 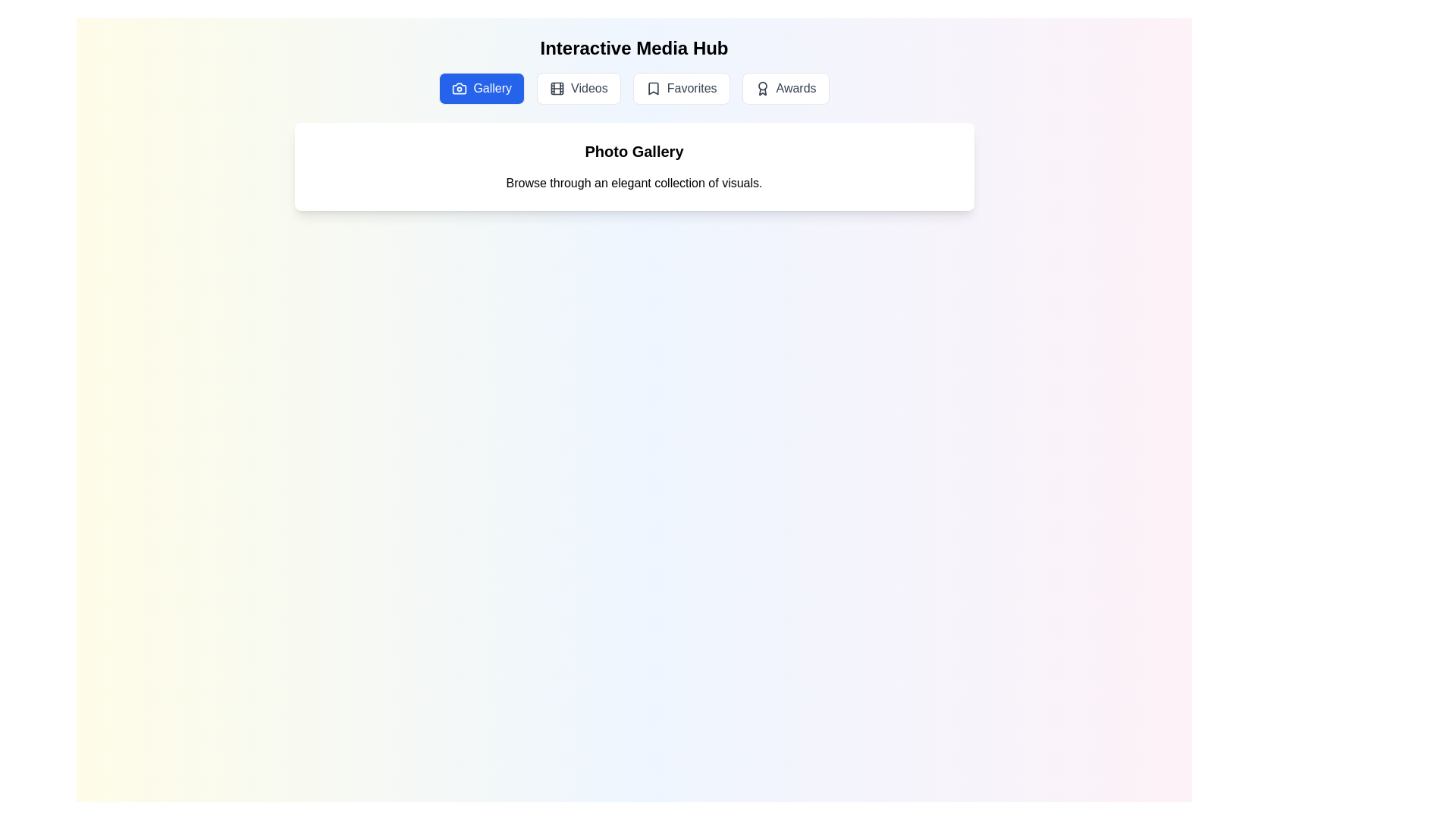 I want to click on the 'Gallery' button in the navigation bar, so click(x=634, y=88).